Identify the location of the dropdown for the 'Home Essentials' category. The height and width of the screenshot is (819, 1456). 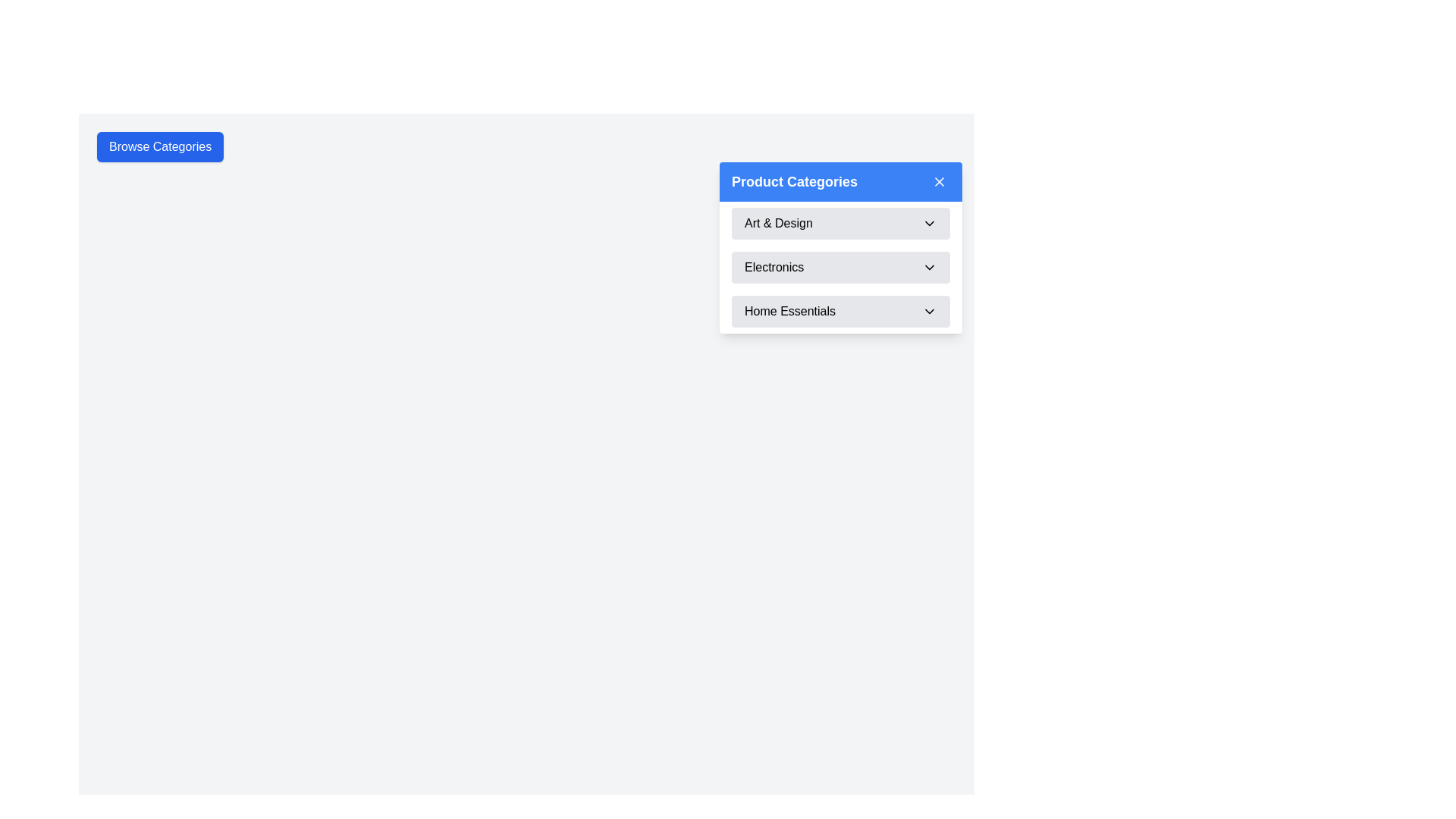
(839, 311).